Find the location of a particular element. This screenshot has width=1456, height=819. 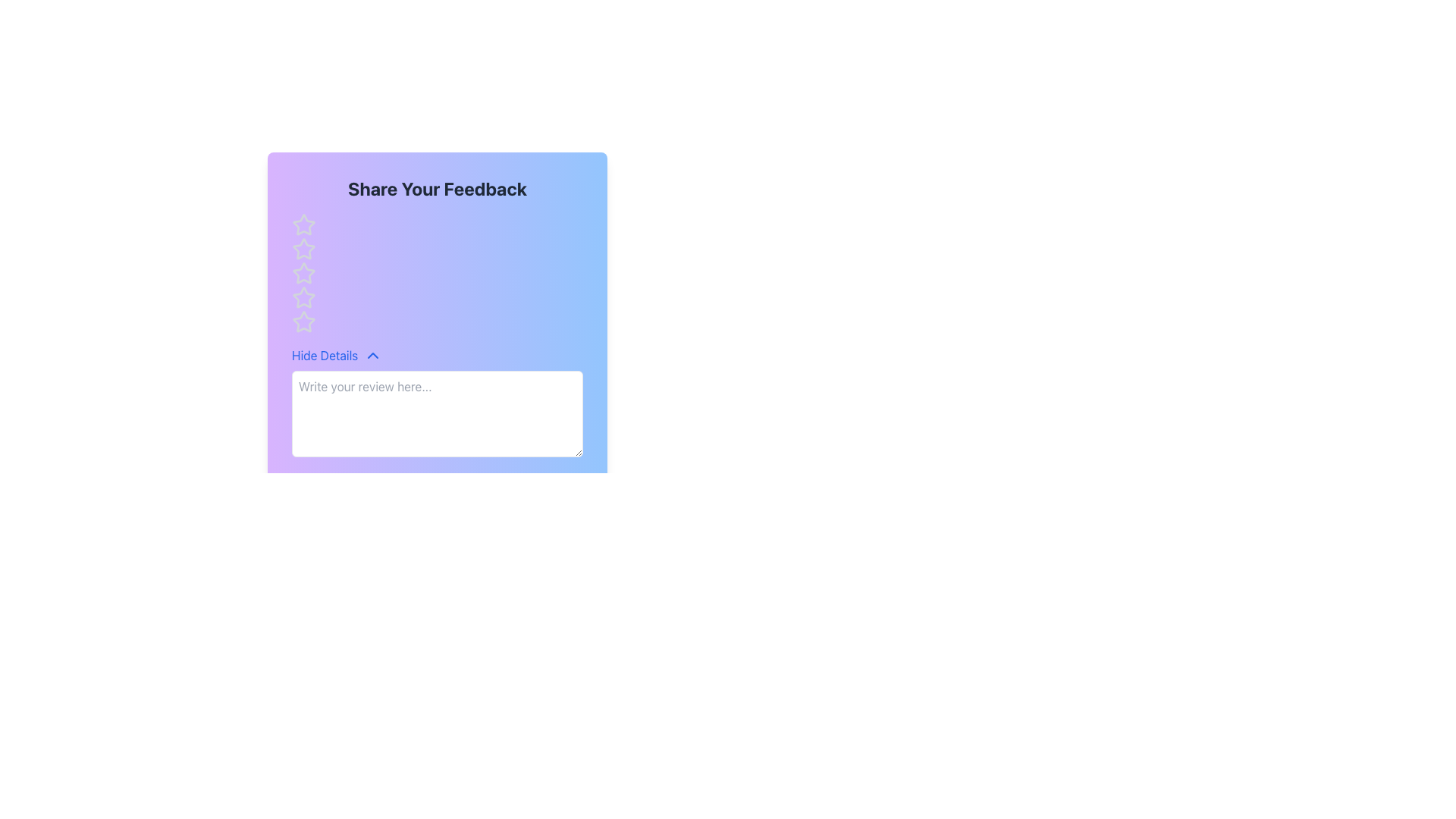

the third star in the vertical alignment of the five-star rating component is located at coordinates (303, 297).